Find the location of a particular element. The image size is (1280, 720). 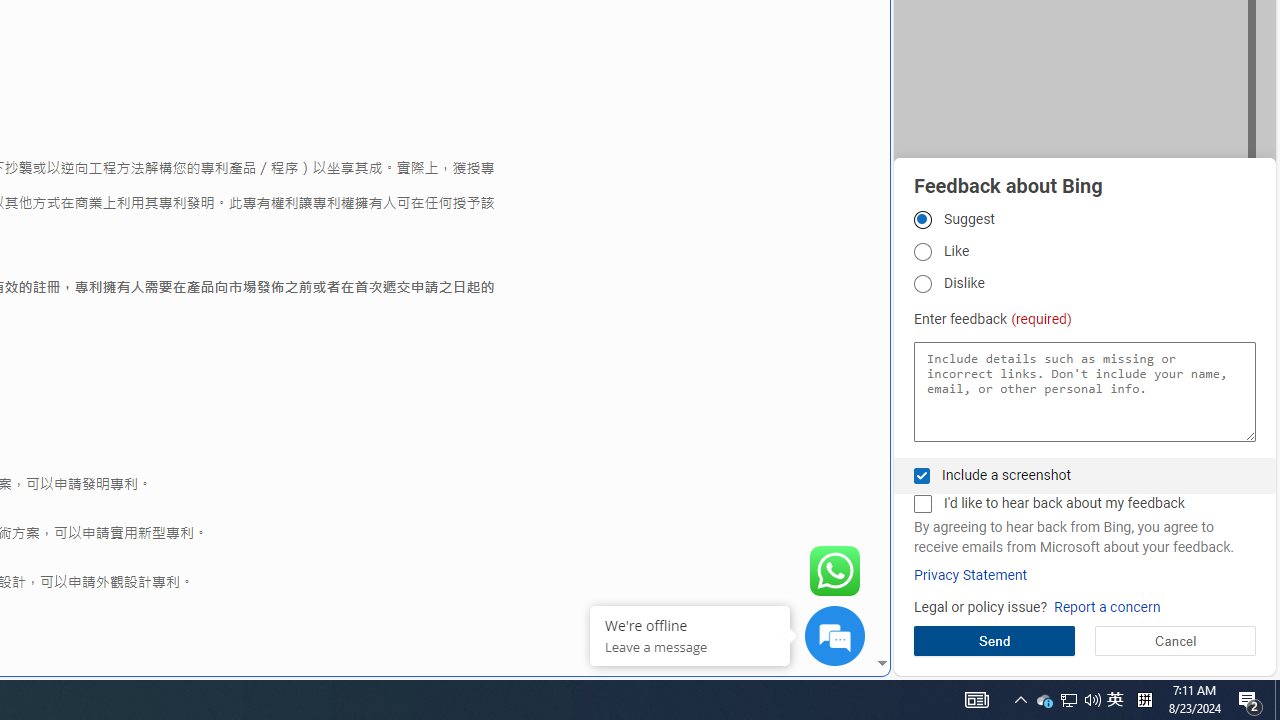

'Dislike' is located at coordinates (921, 284).